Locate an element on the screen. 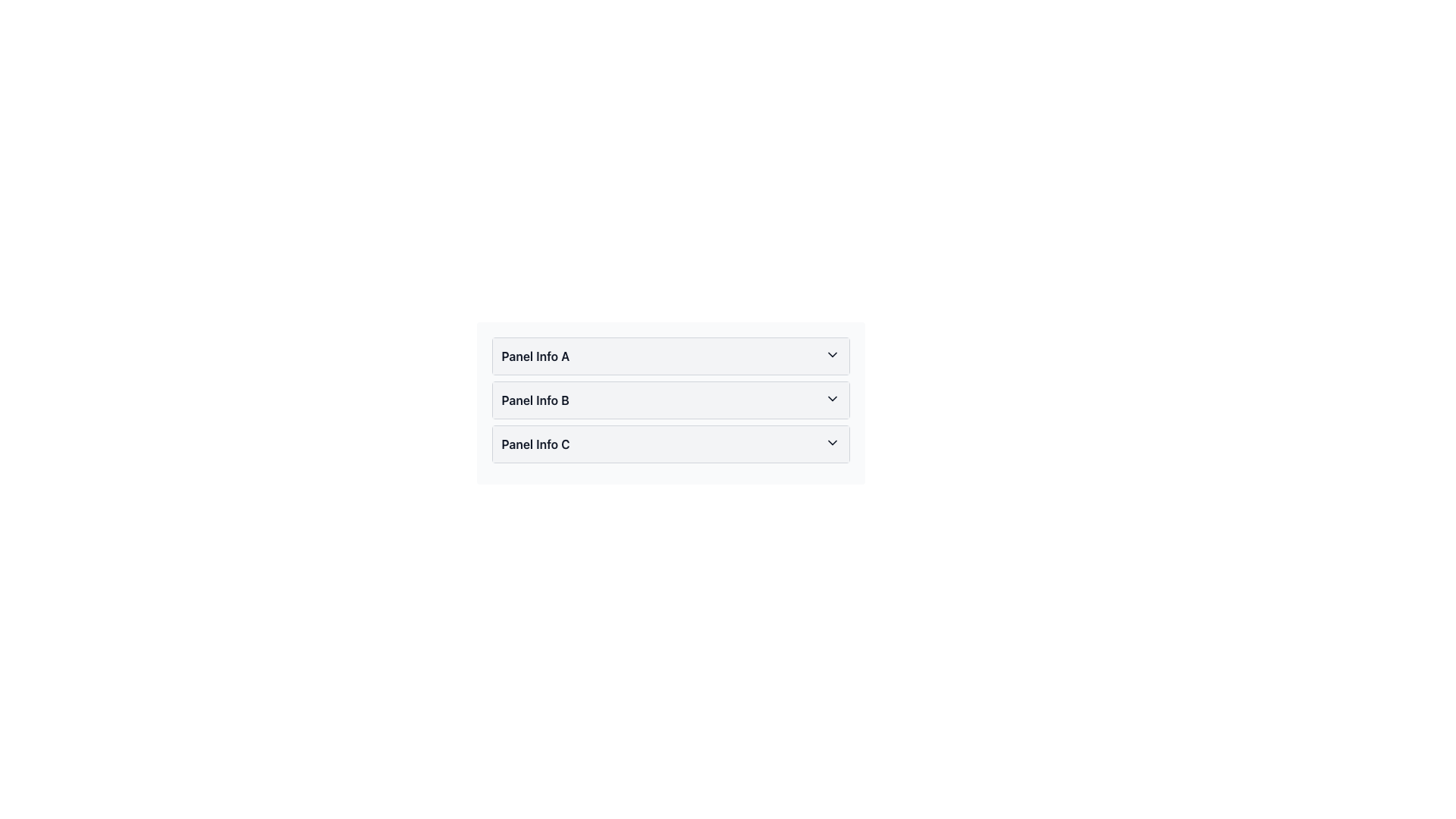 The image size is (1456, 819). the downward-pointing chevron icon is located at coordinates (831, 442).